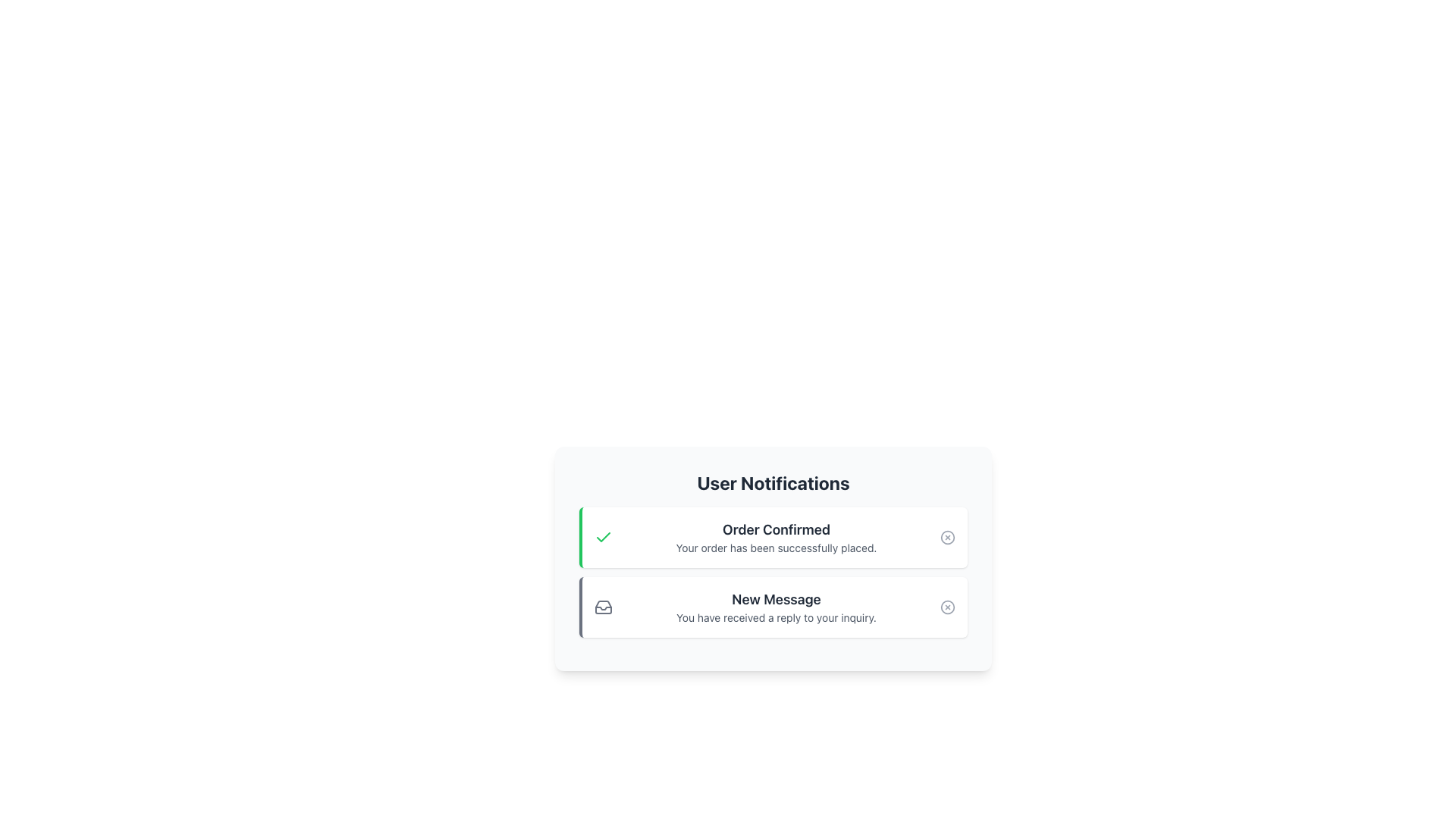  I want to click on the informational text block regarding a new message in the 'User Notifications' section, located below 'Order Confirmed', so click(776, 607).